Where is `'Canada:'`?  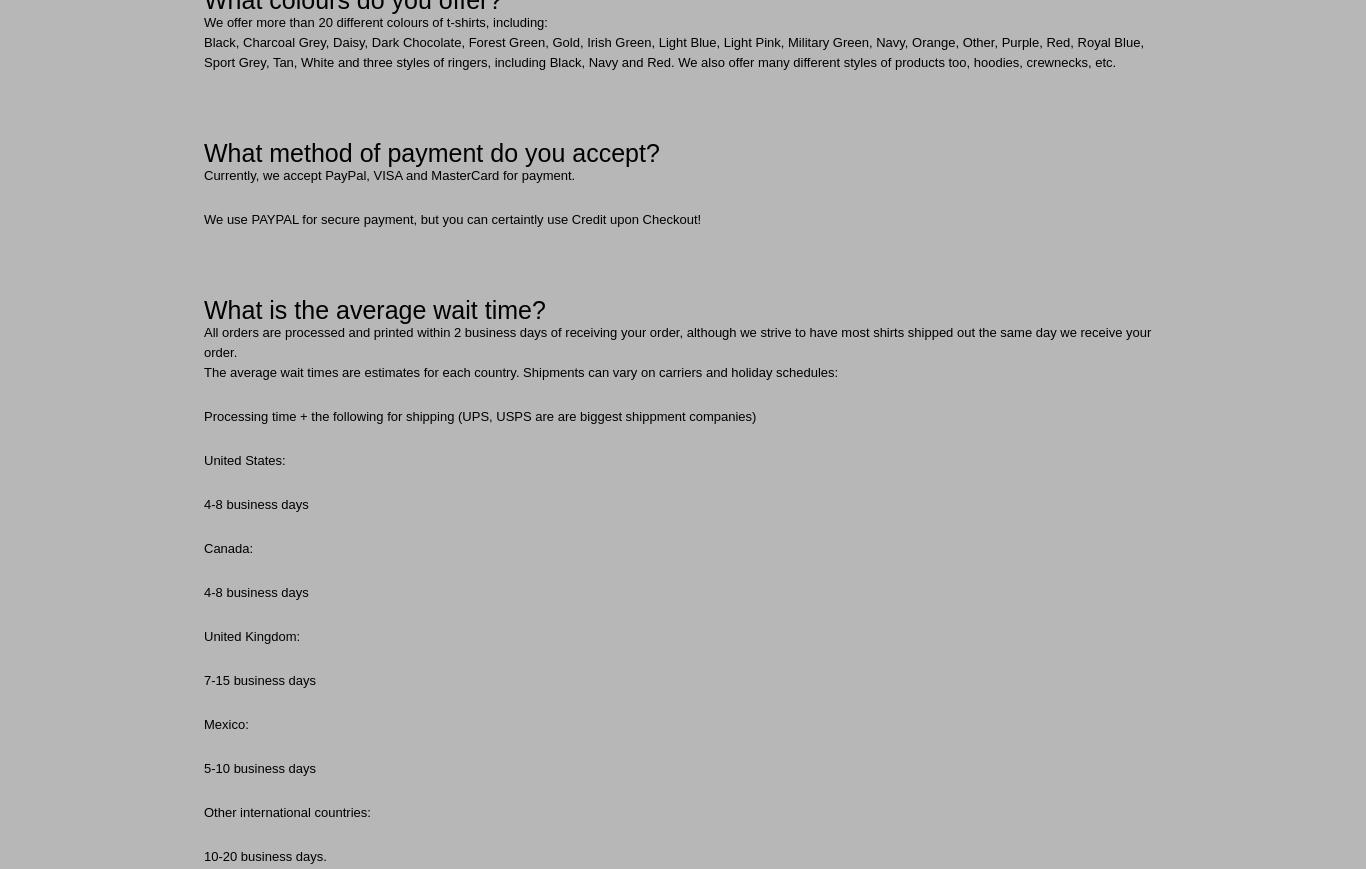 'Canada:' is located at coordinates (202, 548).